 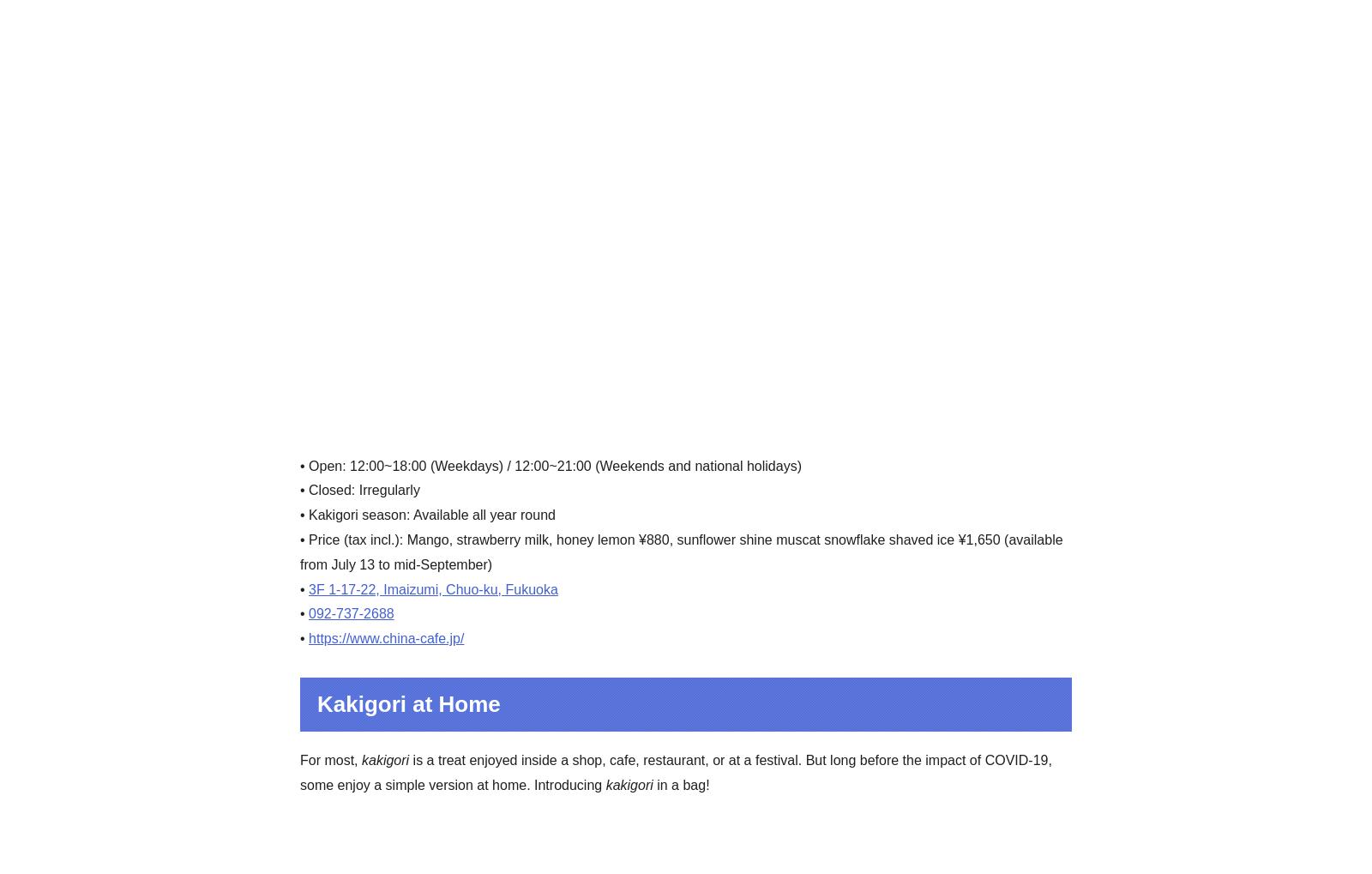 I want to click on '092-737-2688', so click(x=309, y=613).